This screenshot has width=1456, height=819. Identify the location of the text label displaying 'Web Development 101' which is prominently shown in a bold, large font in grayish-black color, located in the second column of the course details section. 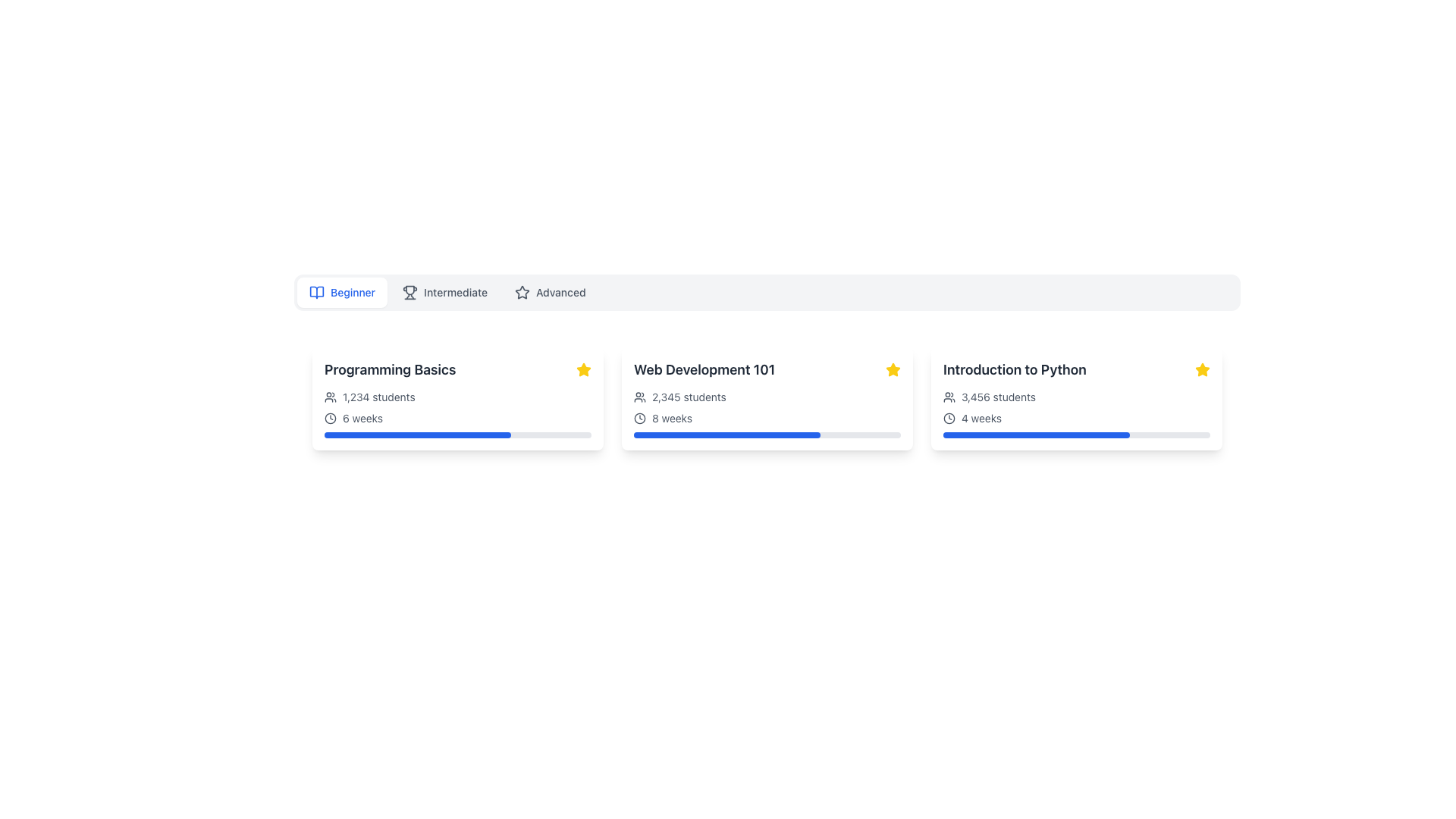
(704, 370).